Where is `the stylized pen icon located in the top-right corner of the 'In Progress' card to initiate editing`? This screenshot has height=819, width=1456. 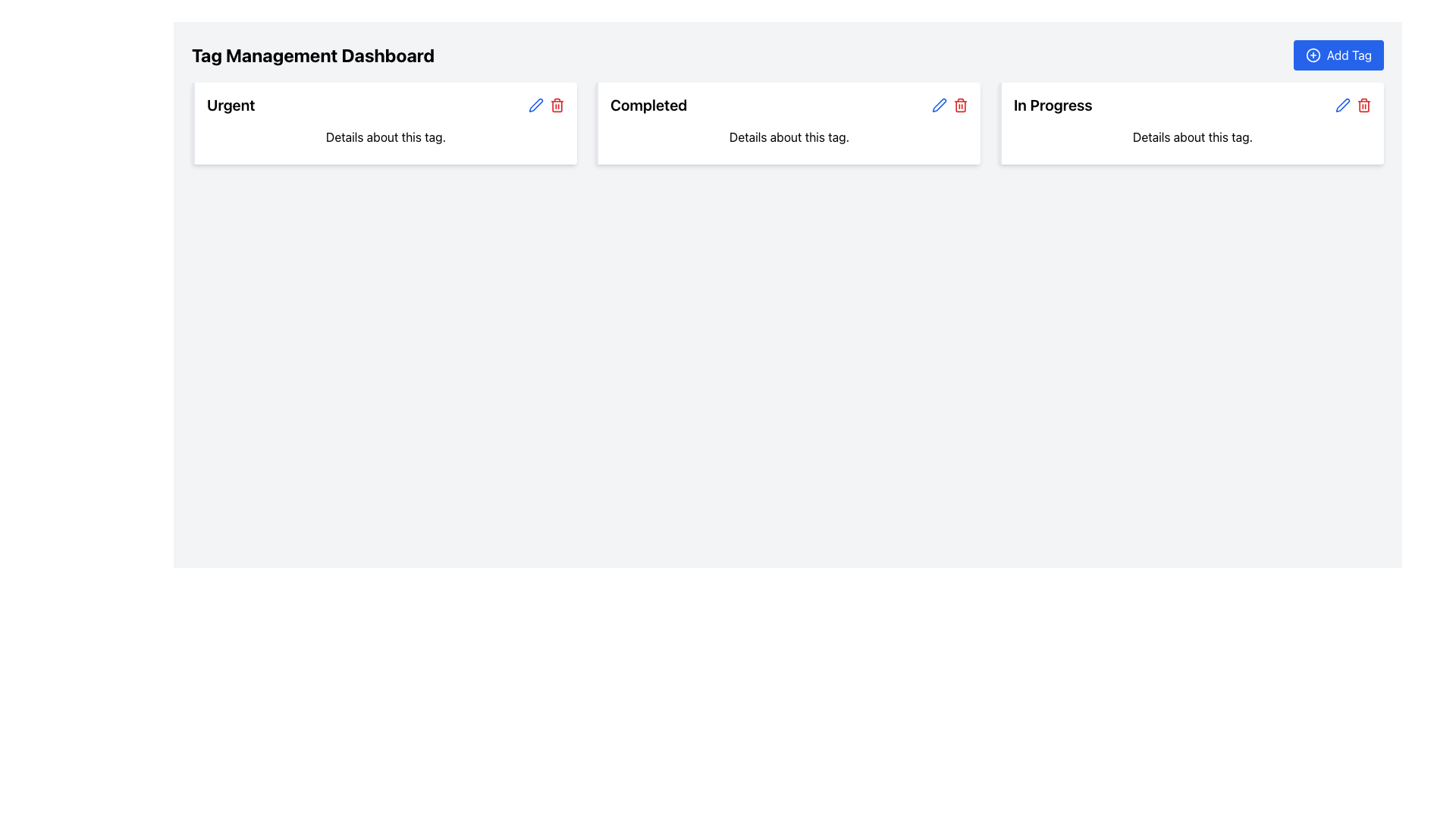
the stylized pen icon located in the top-right corner of the 'In Progress' card to initiate editing is located at coordinates (1343, 104).